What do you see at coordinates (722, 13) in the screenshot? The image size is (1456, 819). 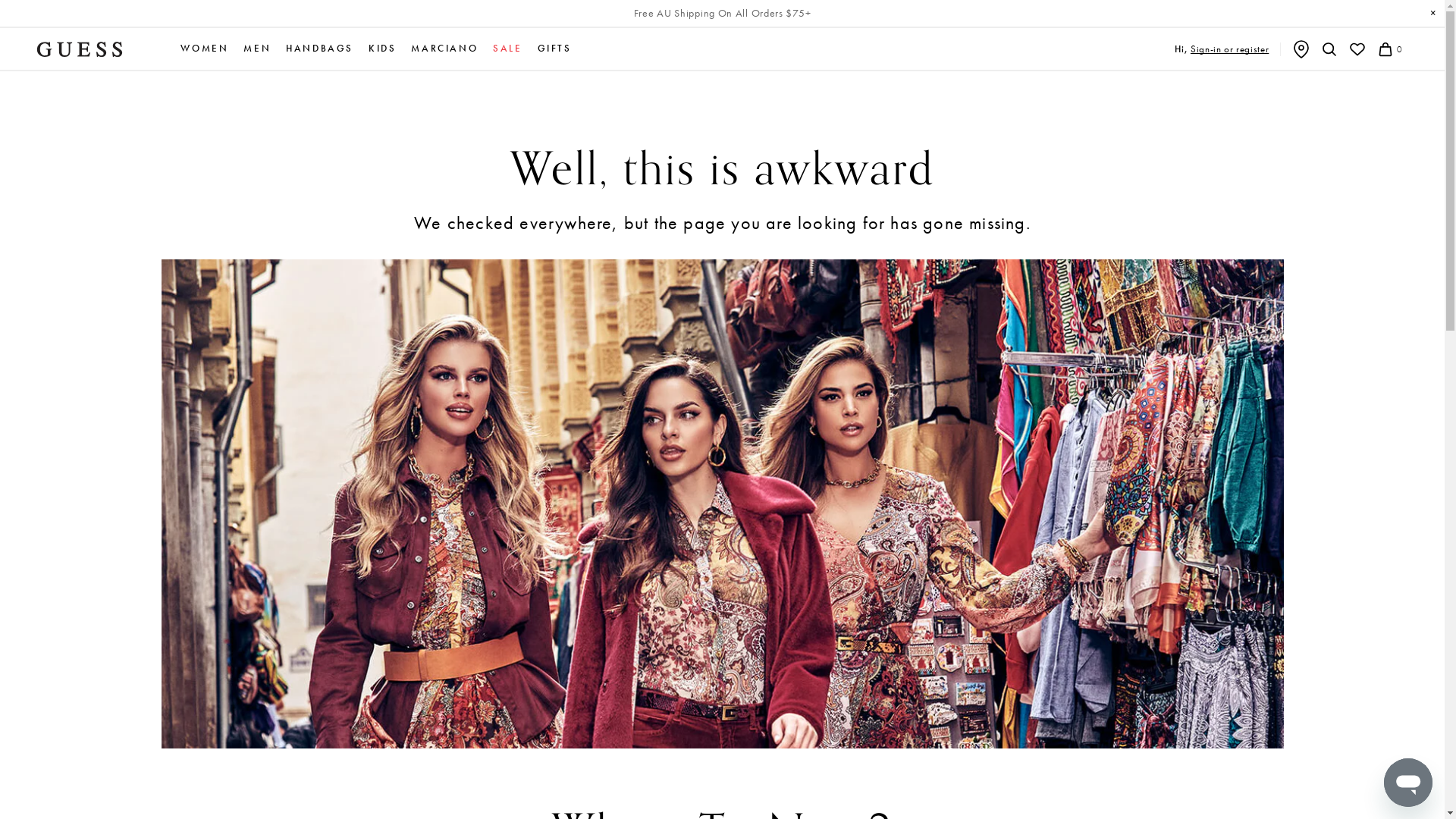 I see `'Free AU Shipping On All Orders $75+'` at bounding box center [722, 13].